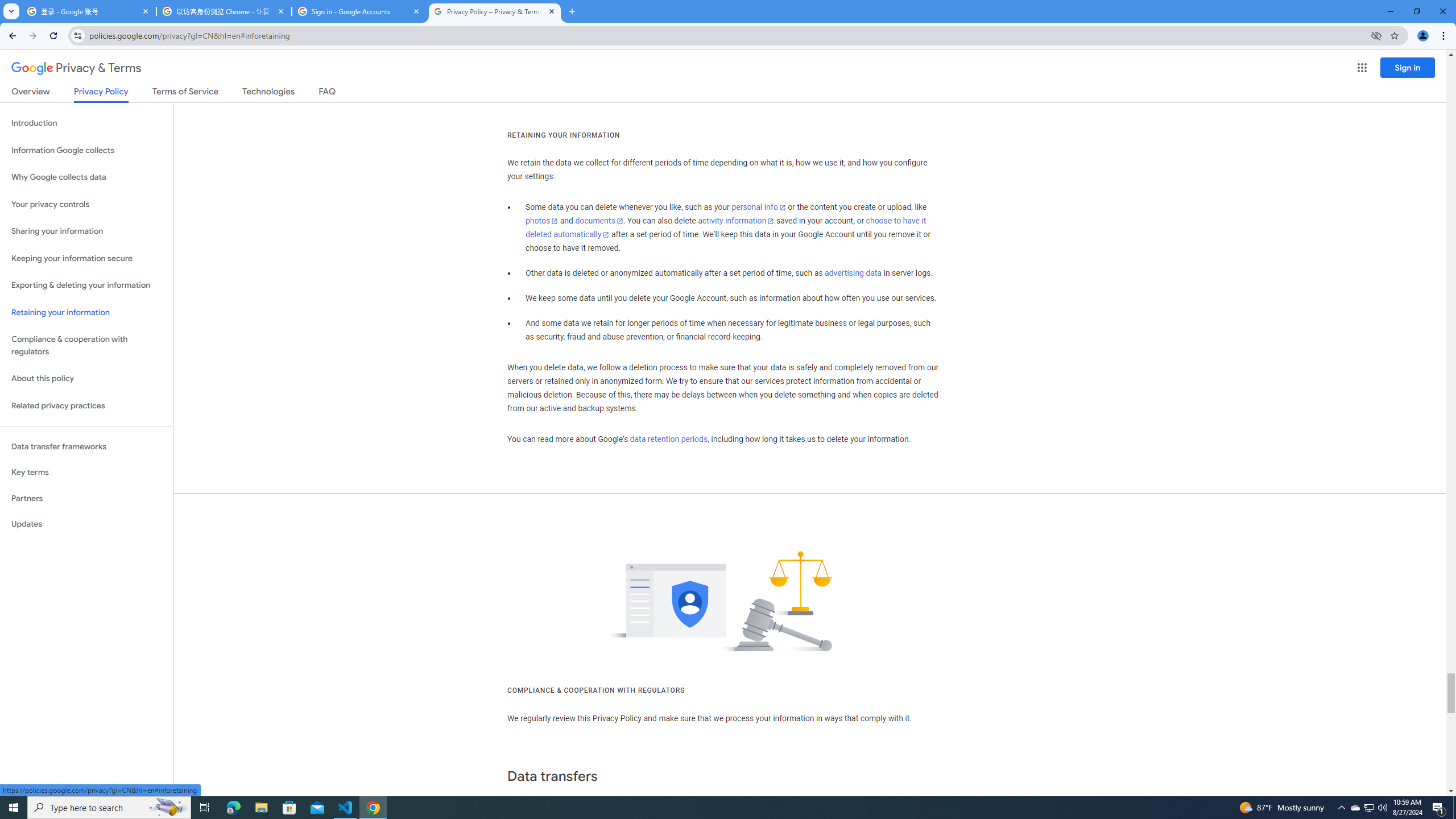 This screenshot has width=1456, height=819. What do you see at coordinates (76, 68) in the screenshot?
I see `'Privacy & Terms'` at bounding box center [76, 68].